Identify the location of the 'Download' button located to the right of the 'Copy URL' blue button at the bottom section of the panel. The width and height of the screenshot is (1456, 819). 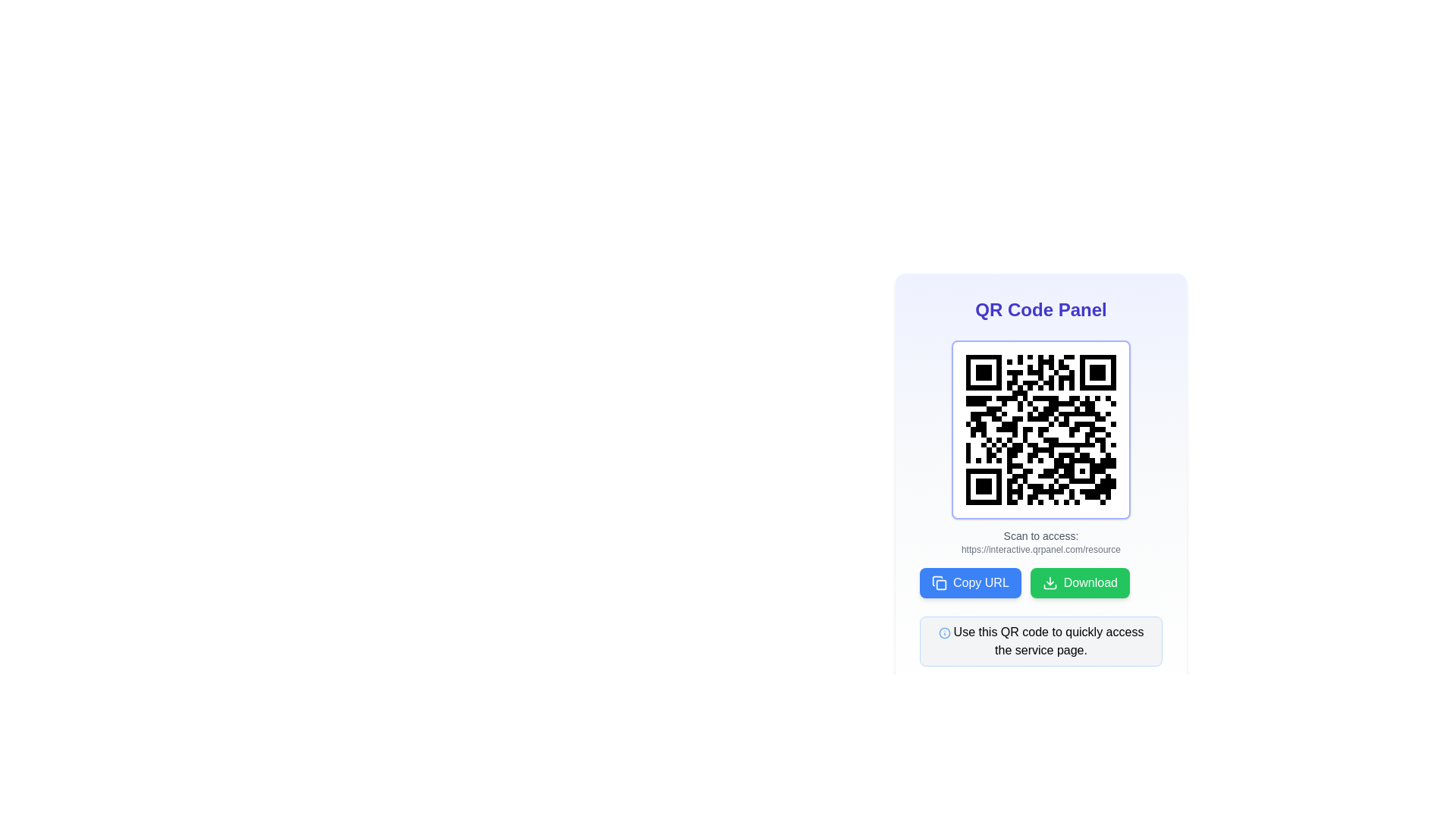
(1040, 582).